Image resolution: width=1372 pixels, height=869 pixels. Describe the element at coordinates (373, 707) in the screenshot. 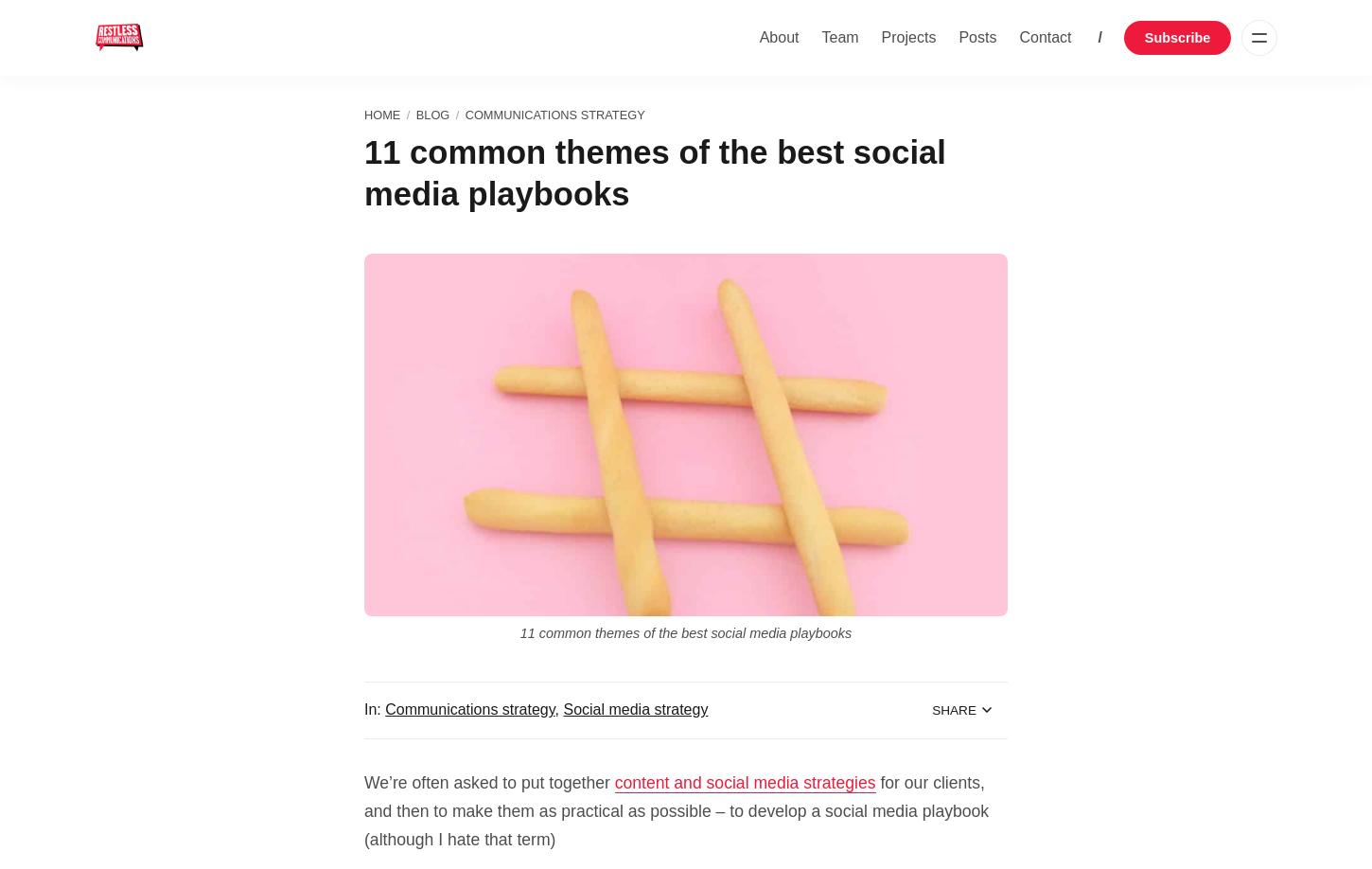

I see `'In:'` at that location.